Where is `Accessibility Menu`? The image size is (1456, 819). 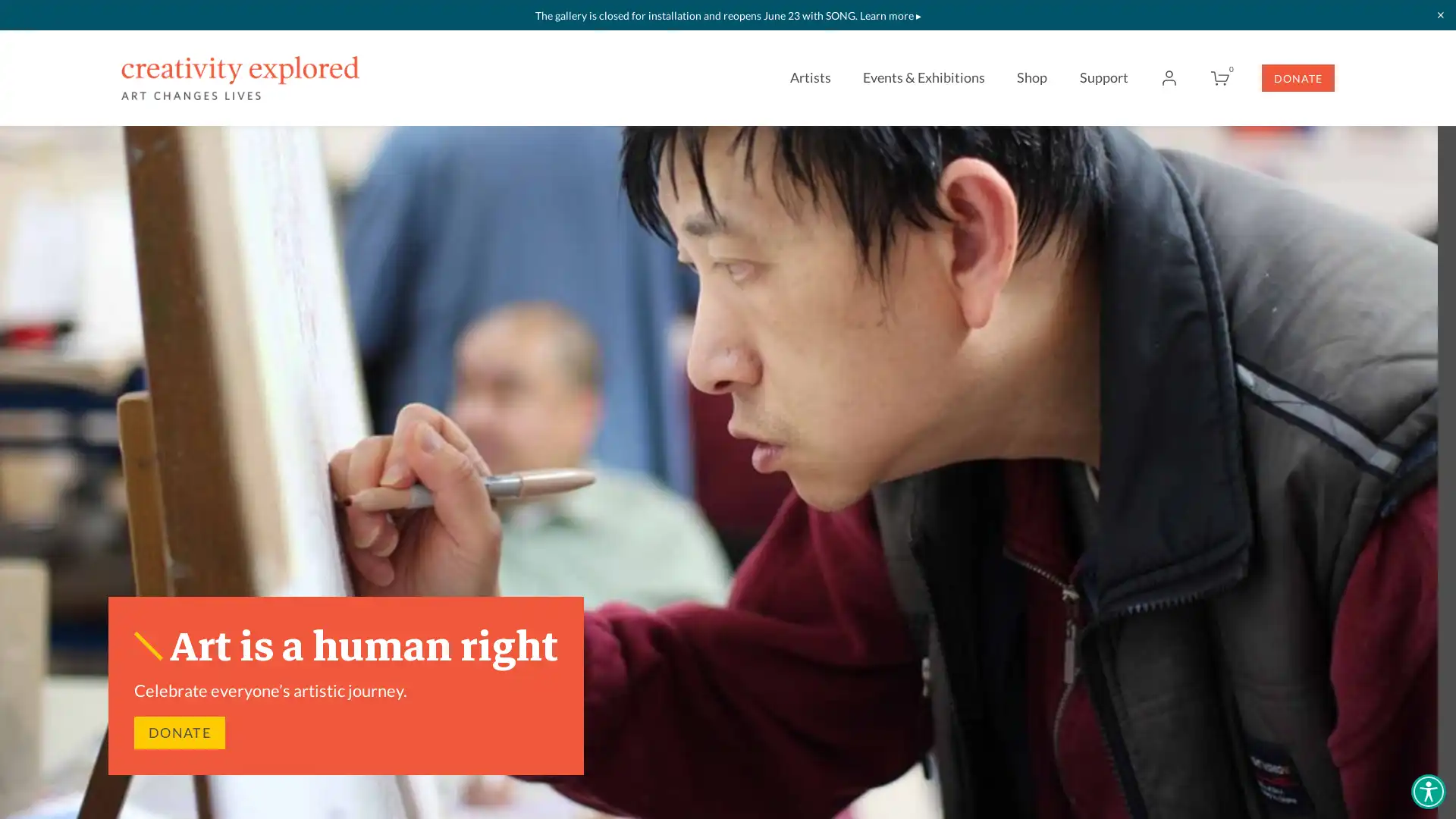
Accessibility Menu is located at coordinates (1427, 791).